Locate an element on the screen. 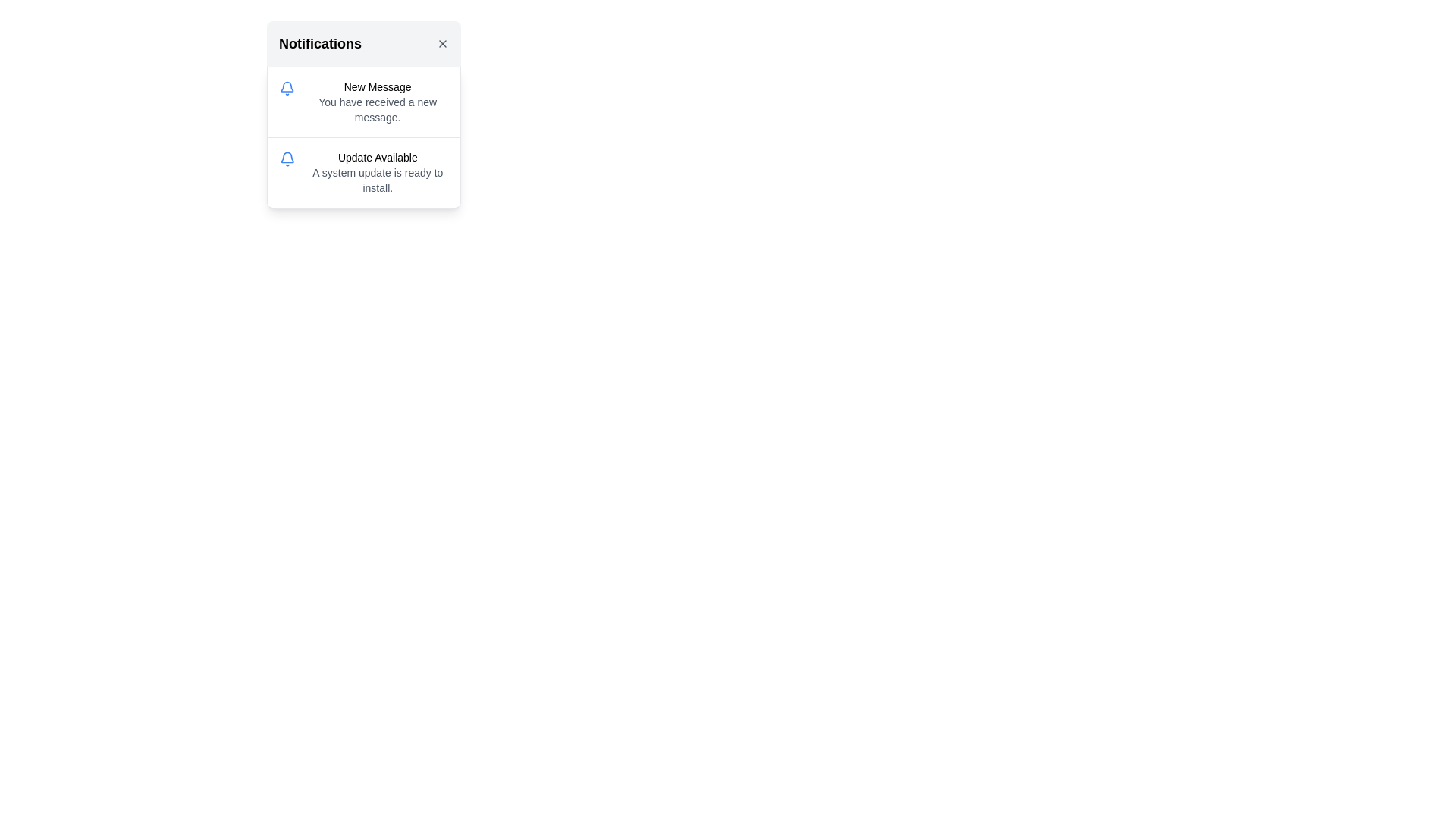  the 'Notifications' text label, which is prominently styled in larger bold font at the top left of the notification panel is located at coordinates (319, 42).